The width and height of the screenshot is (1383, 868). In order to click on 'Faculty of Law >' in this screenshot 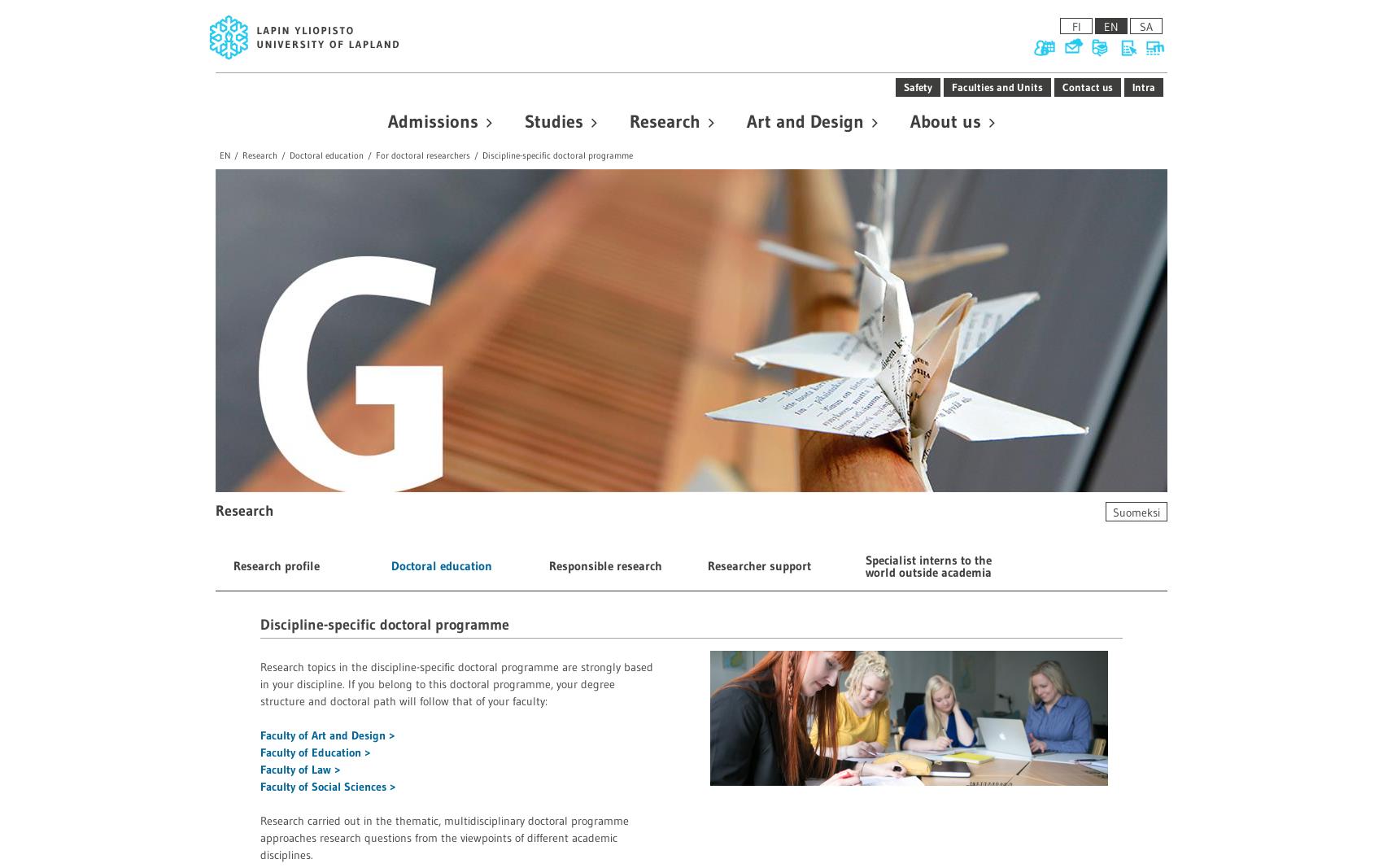, I will do `click(260, 769)`.